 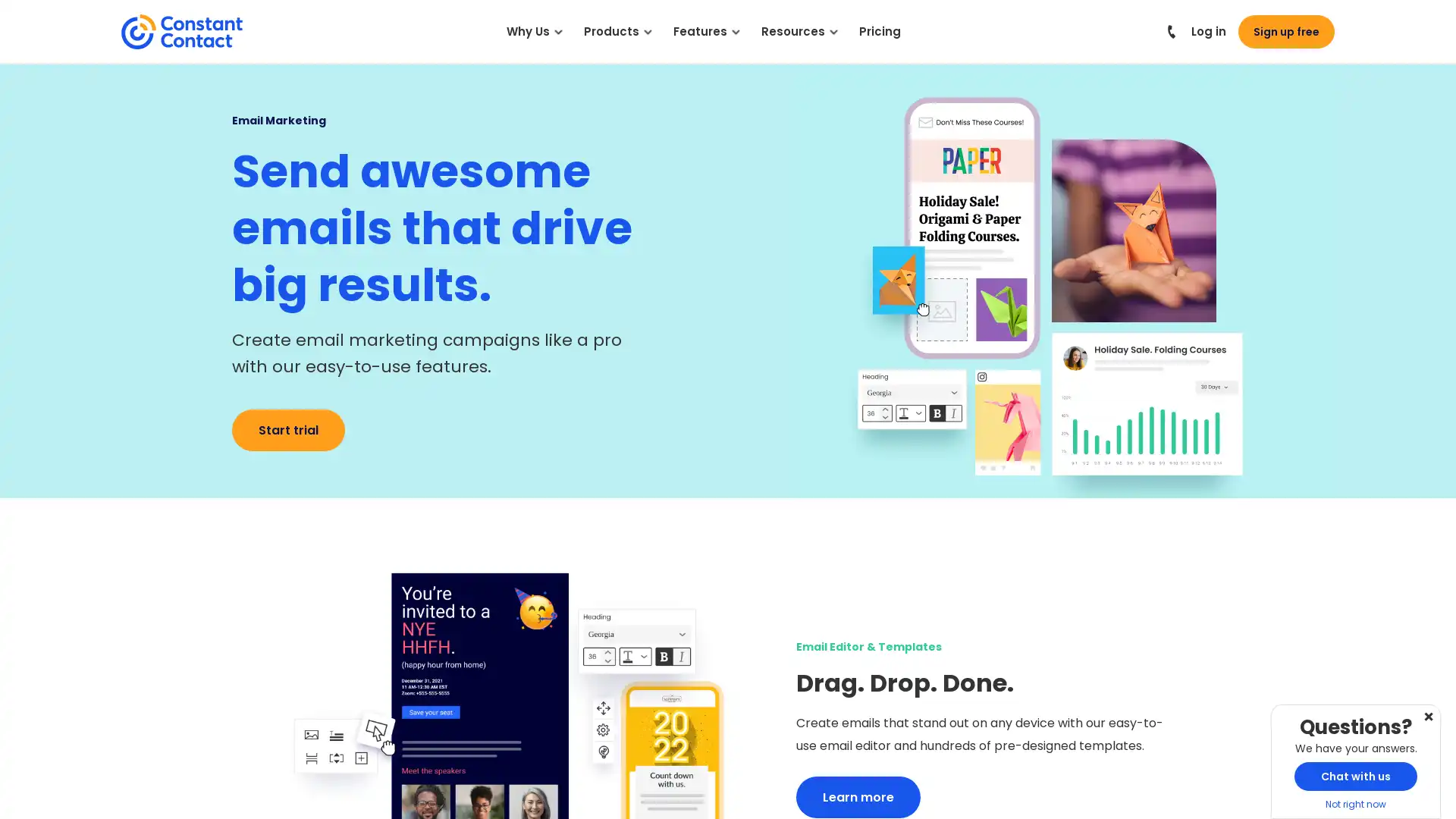 I want to click on Chat with us, so click(x=1355, y=776).